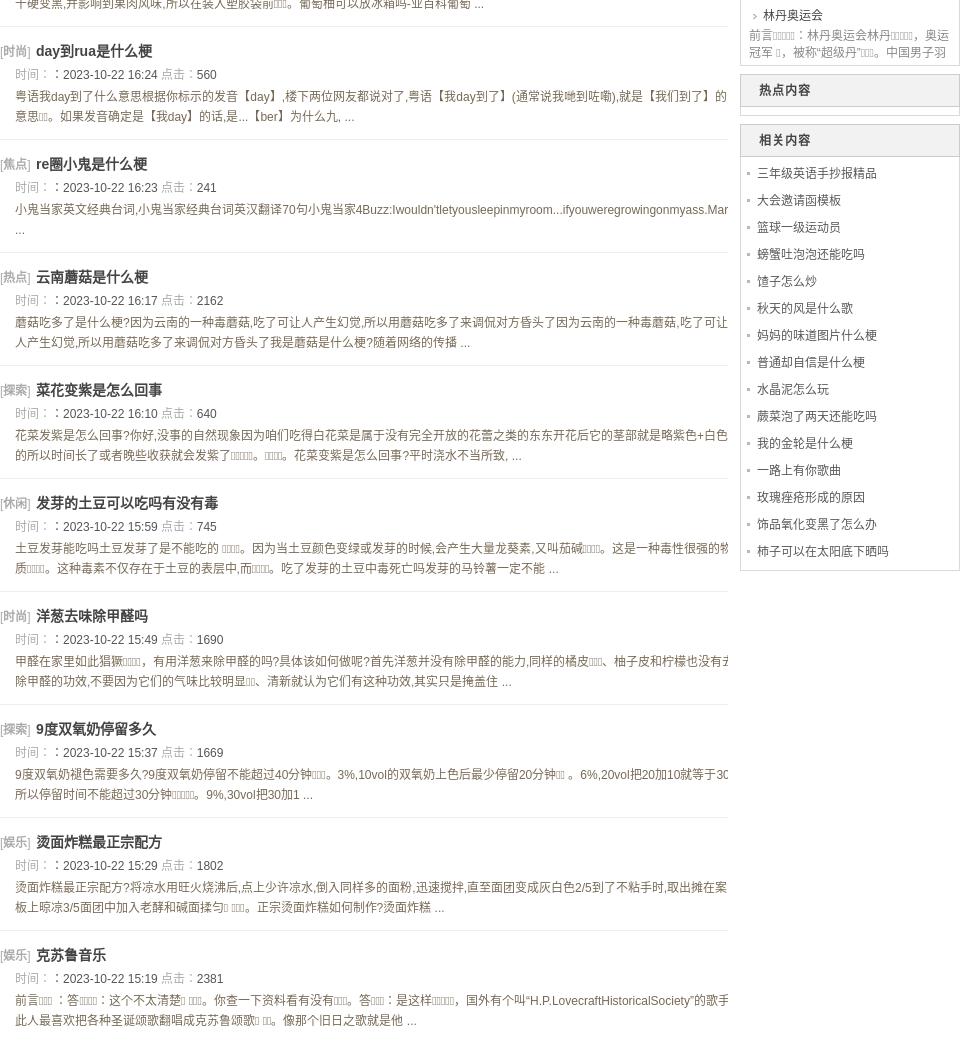 This screenshot has height=1043, width=960. What do you see at coordinates (209, 300) in the screenshot?
I see `'2162'` at bounding box center [209, 300].